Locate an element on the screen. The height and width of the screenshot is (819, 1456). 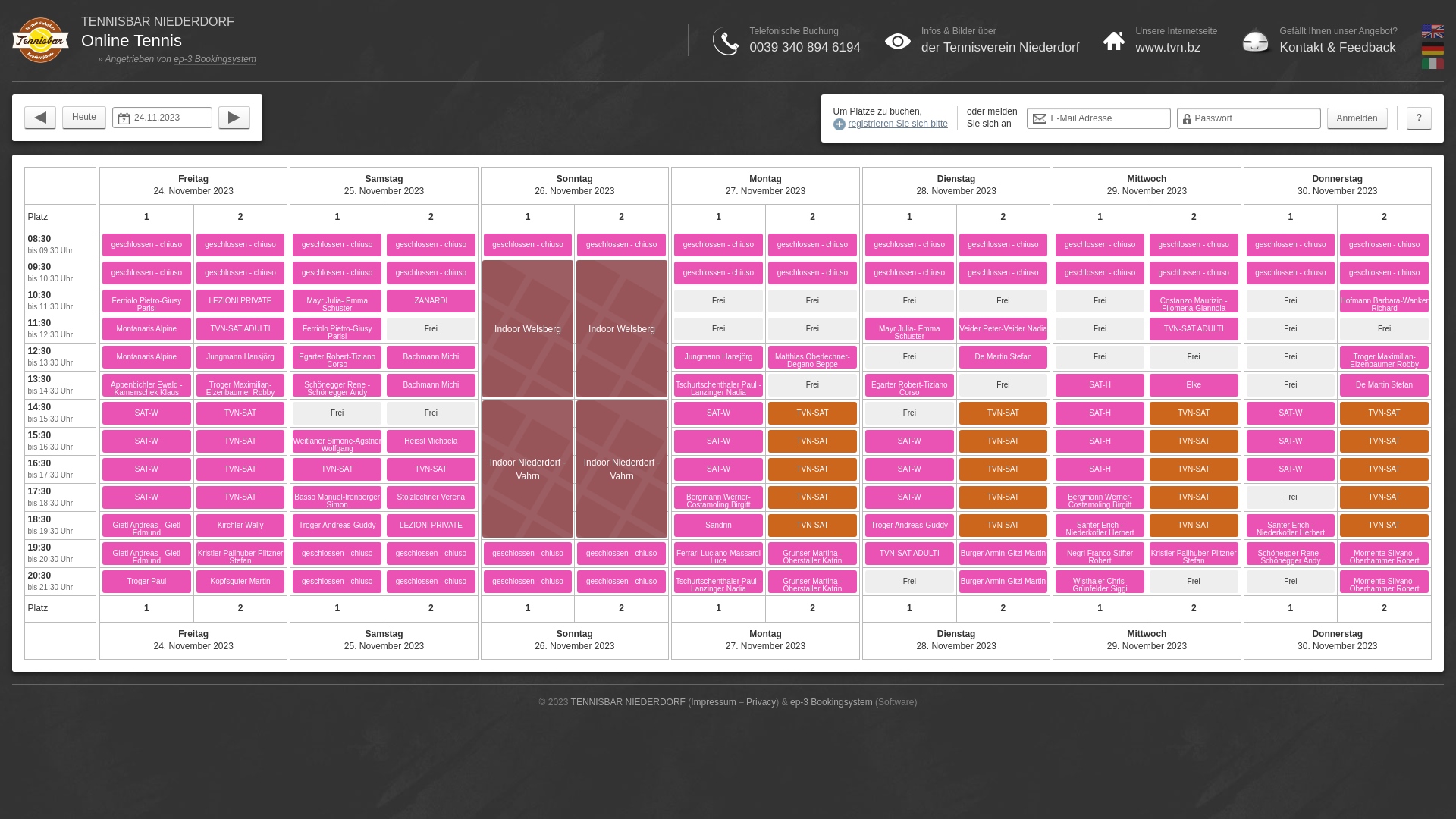
'Bachmann Michi' is located at coordinates (430, 356).